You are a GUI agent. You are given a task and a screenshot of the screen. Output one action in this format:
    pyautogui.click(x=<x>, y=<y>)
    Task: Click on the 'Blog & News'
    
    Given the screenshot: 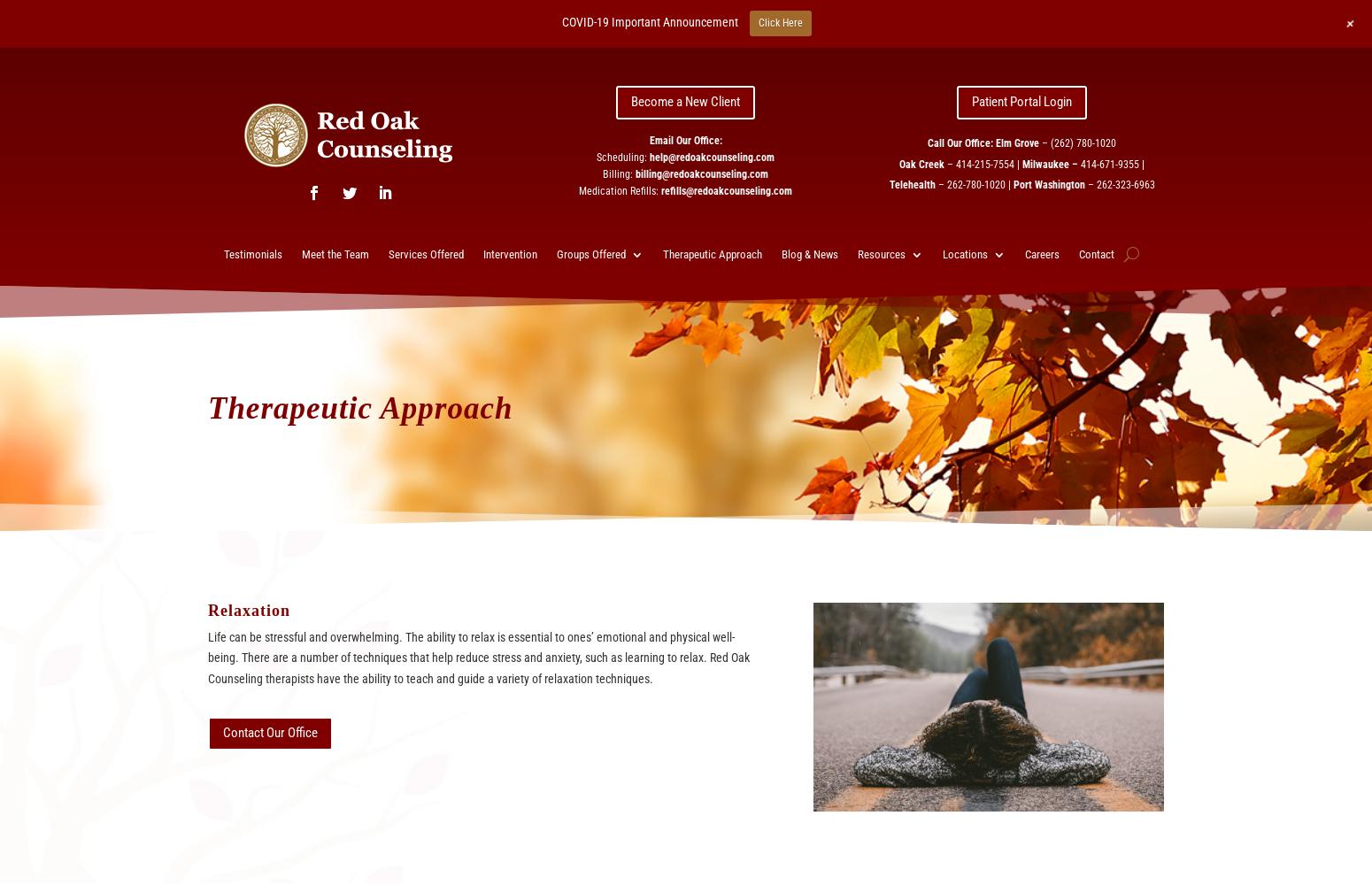 What is the action you would take?
    pyautogui.click(x=780, y=253)
    